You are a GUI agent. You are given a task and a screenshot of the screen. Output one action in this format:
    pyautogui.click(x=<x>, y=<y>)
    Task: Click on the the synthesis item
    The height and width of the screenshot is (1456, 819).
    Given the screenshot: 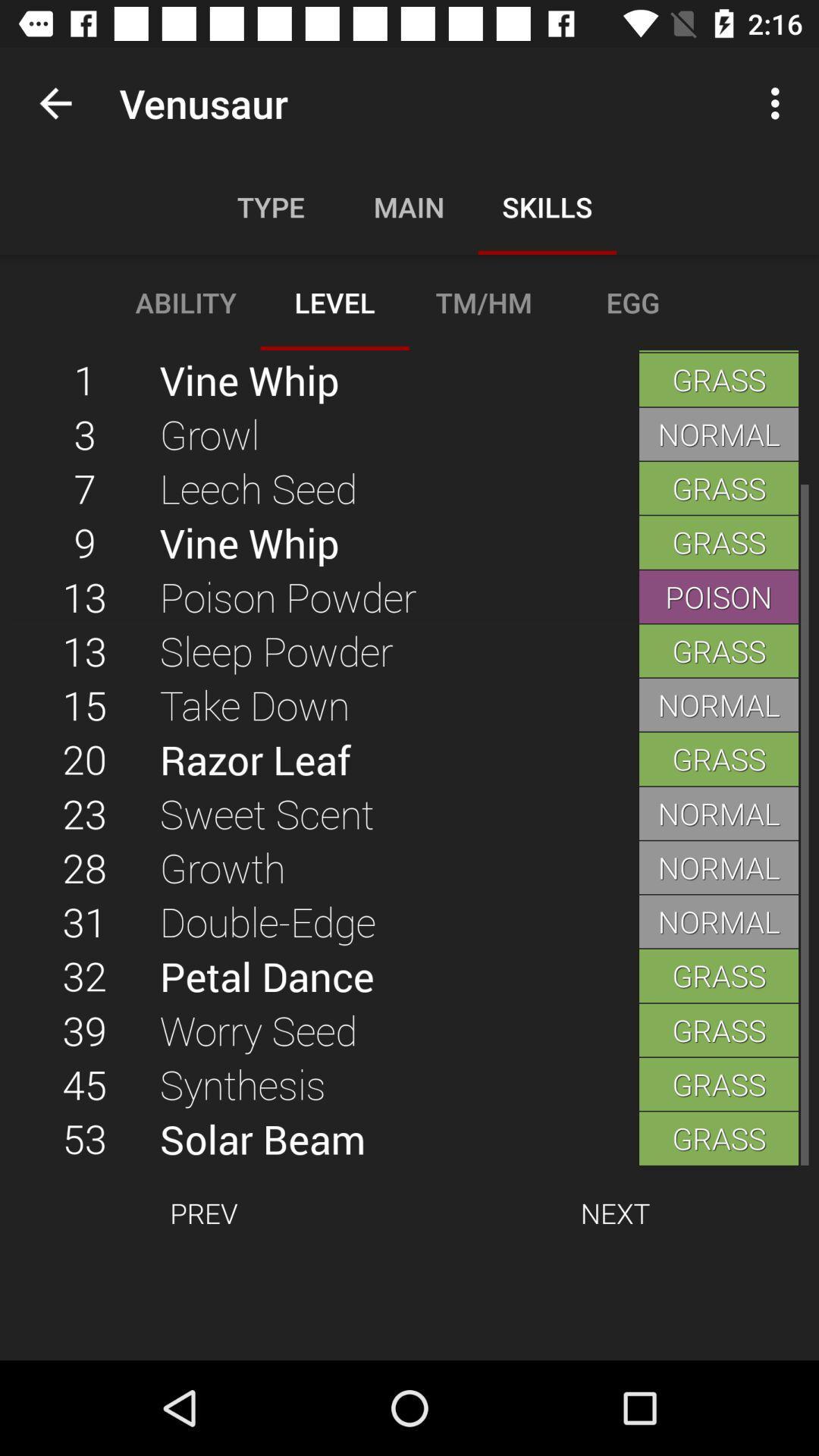 What is the action you would take?
    pyautogui.click(x=398, y=1083)
    